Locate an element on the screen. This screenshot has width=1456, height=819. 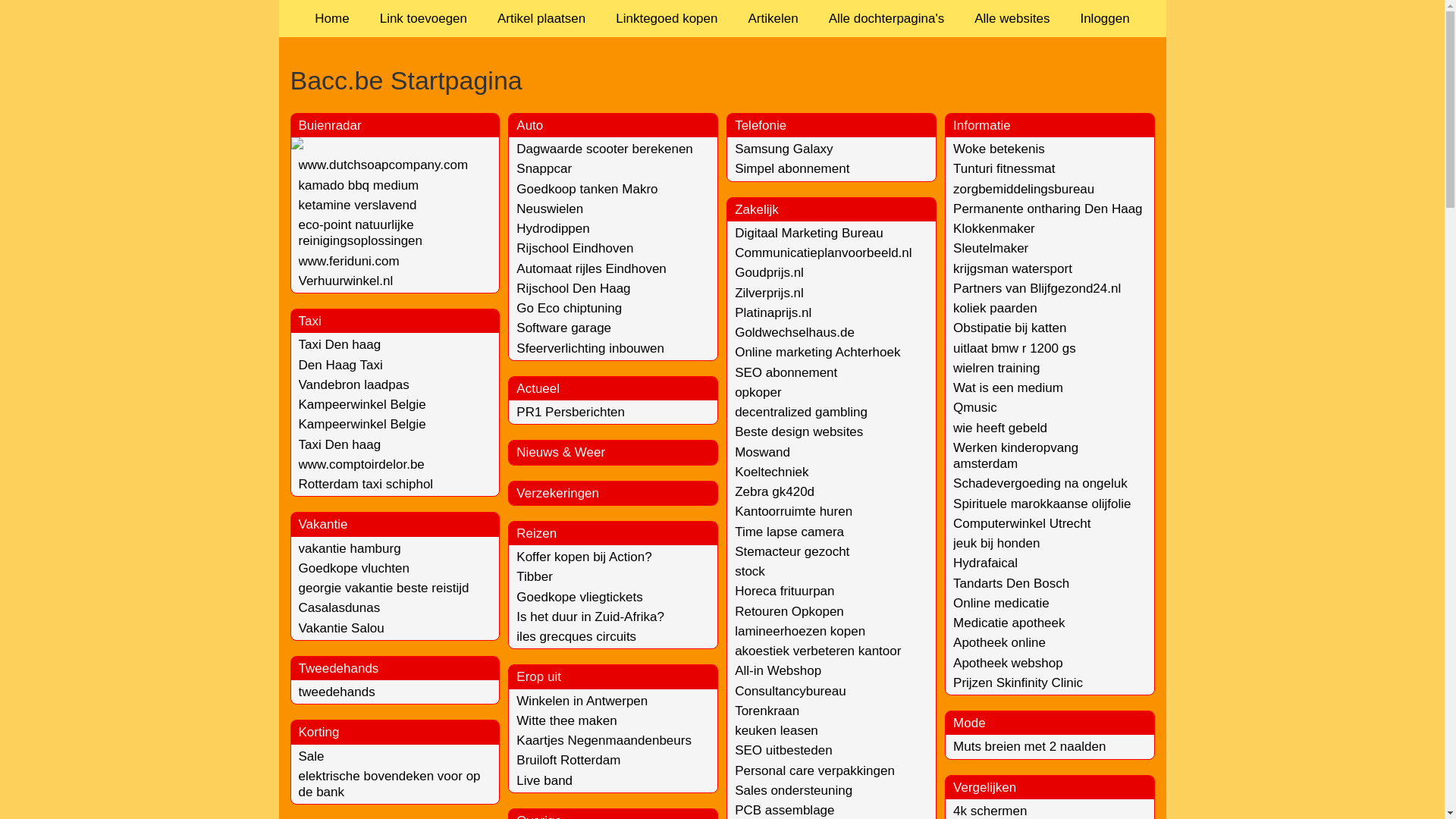
'Sale' is located at coordinates (311, 756).